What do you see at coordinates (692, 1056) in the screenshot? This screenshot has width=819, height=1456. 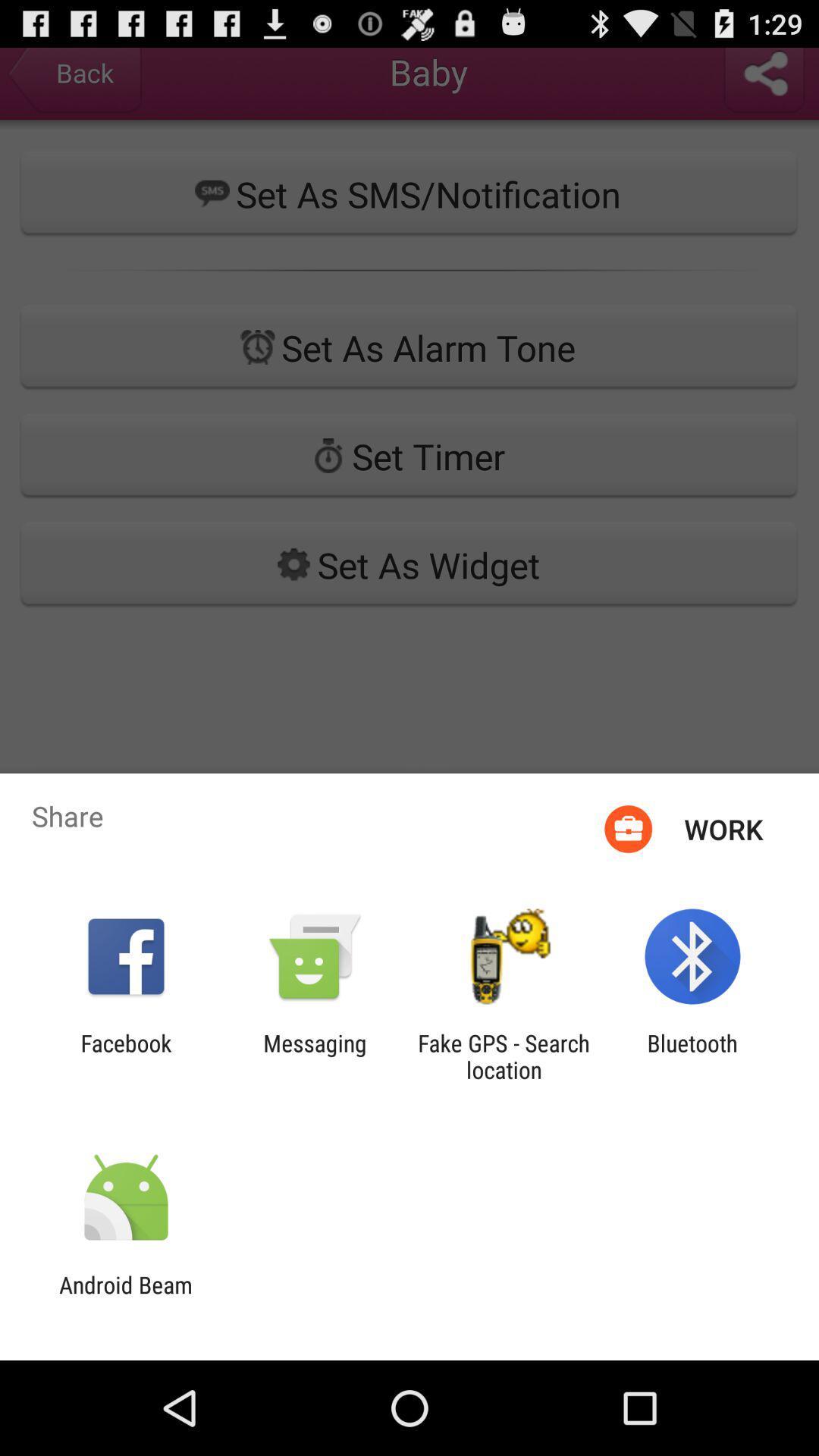 I see `the item next to fake gps search app` at bounding box center [692, 1056].